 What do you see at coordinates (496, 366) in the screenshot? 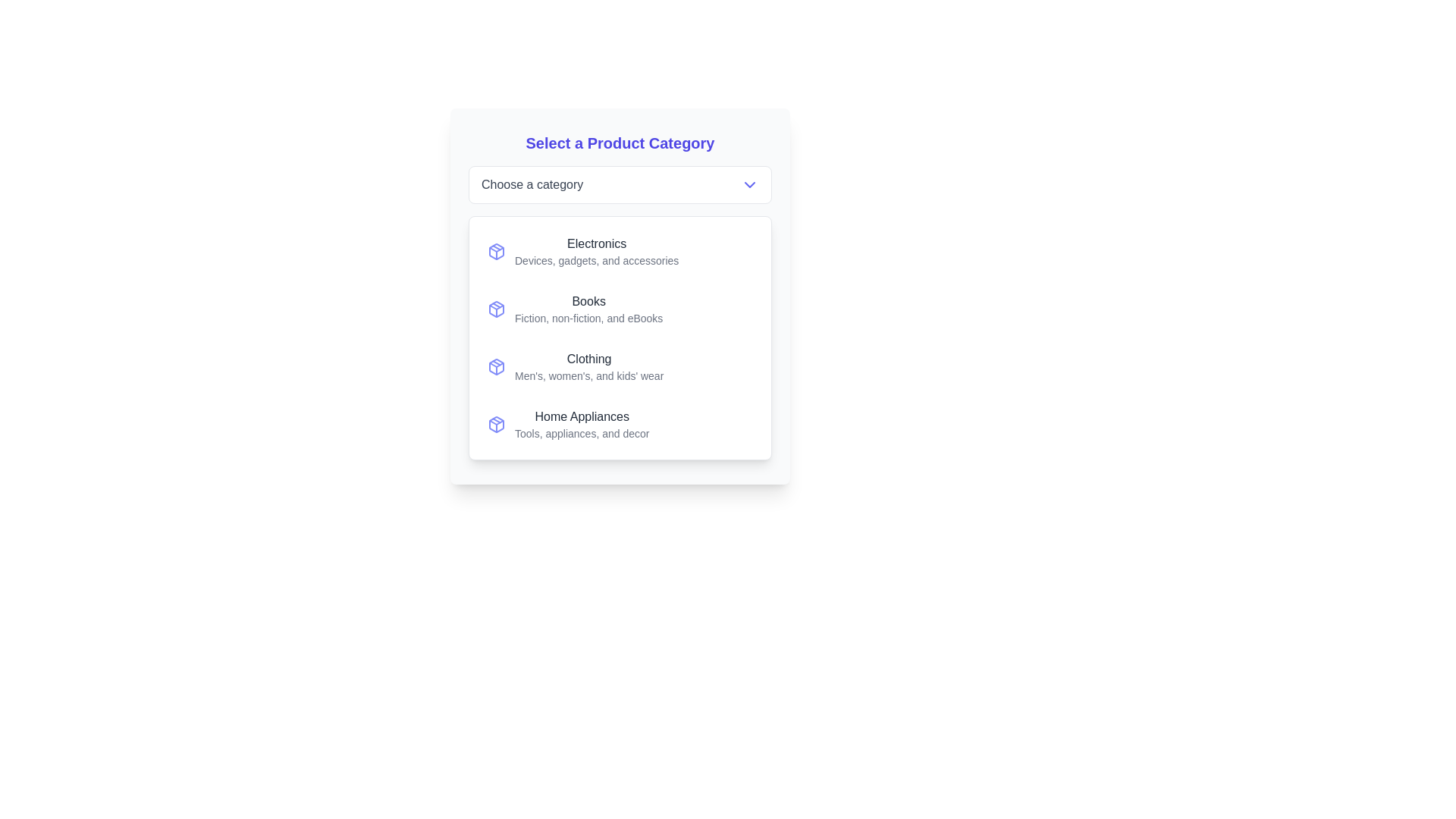
I see `the indigo outlined package icon located to the left of the 'Clothing' text label in the second position of the vertical list` at bounding box center [496, 366].